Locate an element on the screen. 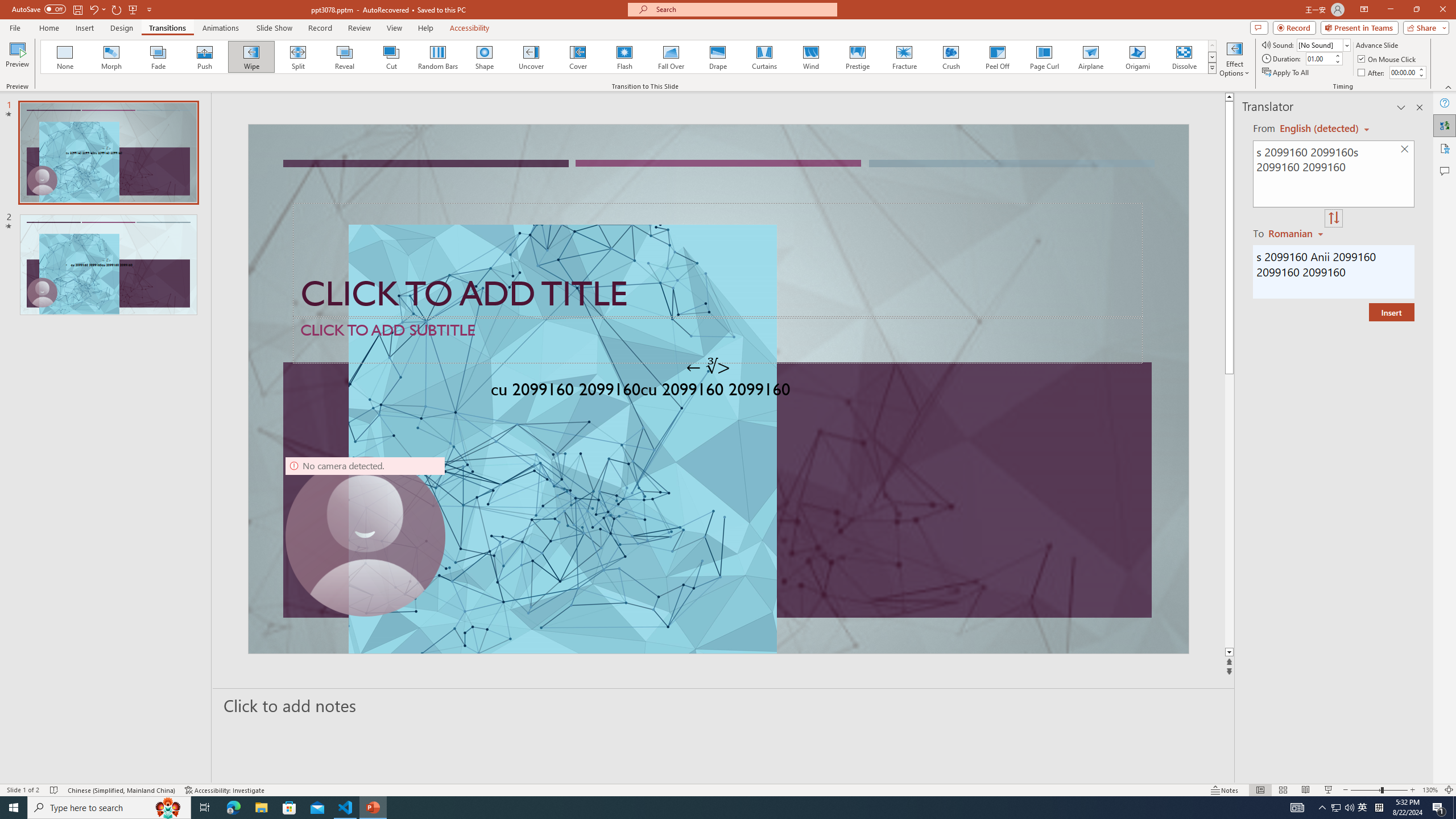 The height and width of the screenshot is (819, 1456). 'Camera 9, No camera detected.' is located at coordinates (364, 536).